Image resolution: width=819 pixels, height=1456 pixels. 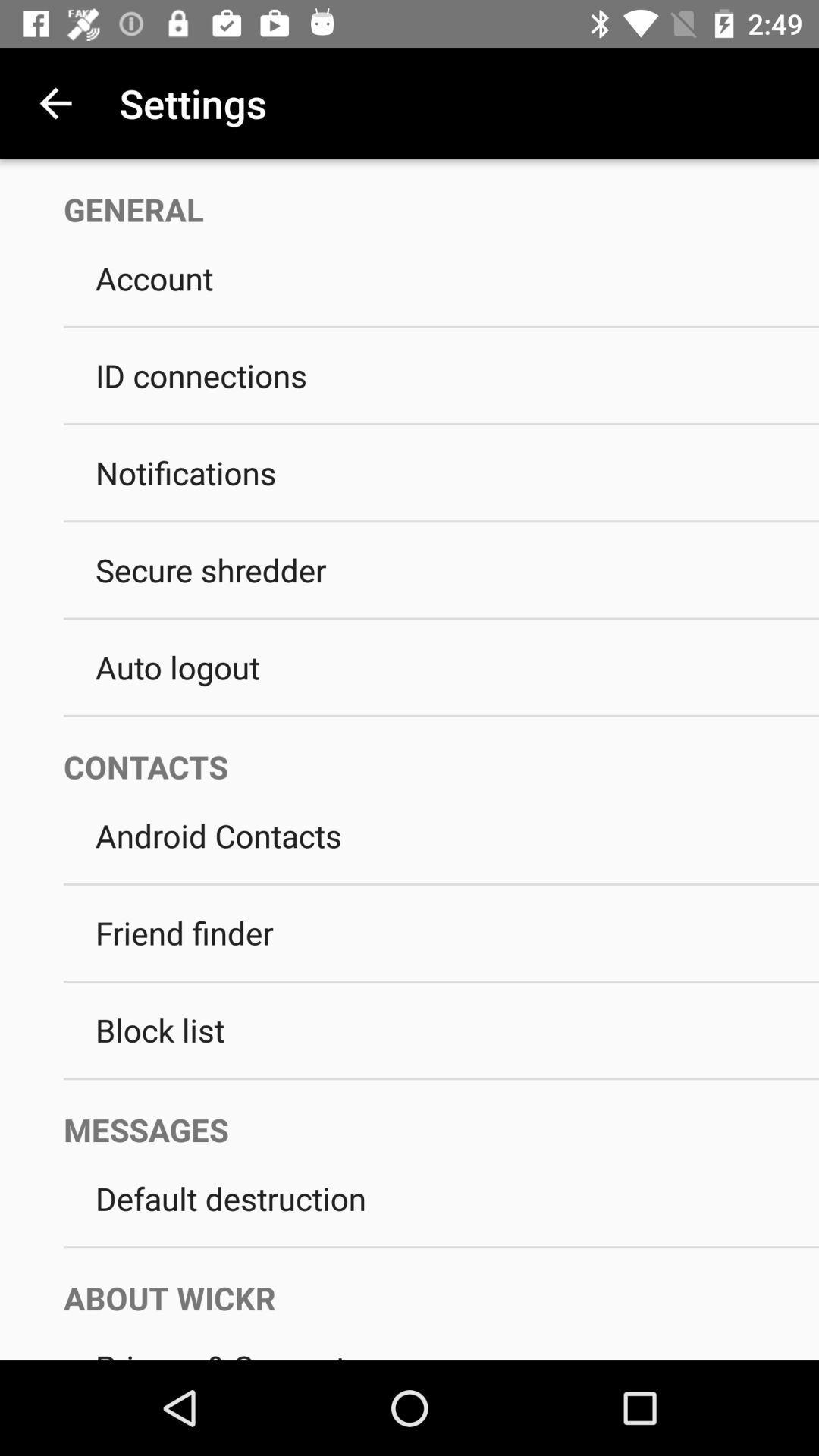 I want to click on app to the left of settings icon, so click(x=55, y=102).